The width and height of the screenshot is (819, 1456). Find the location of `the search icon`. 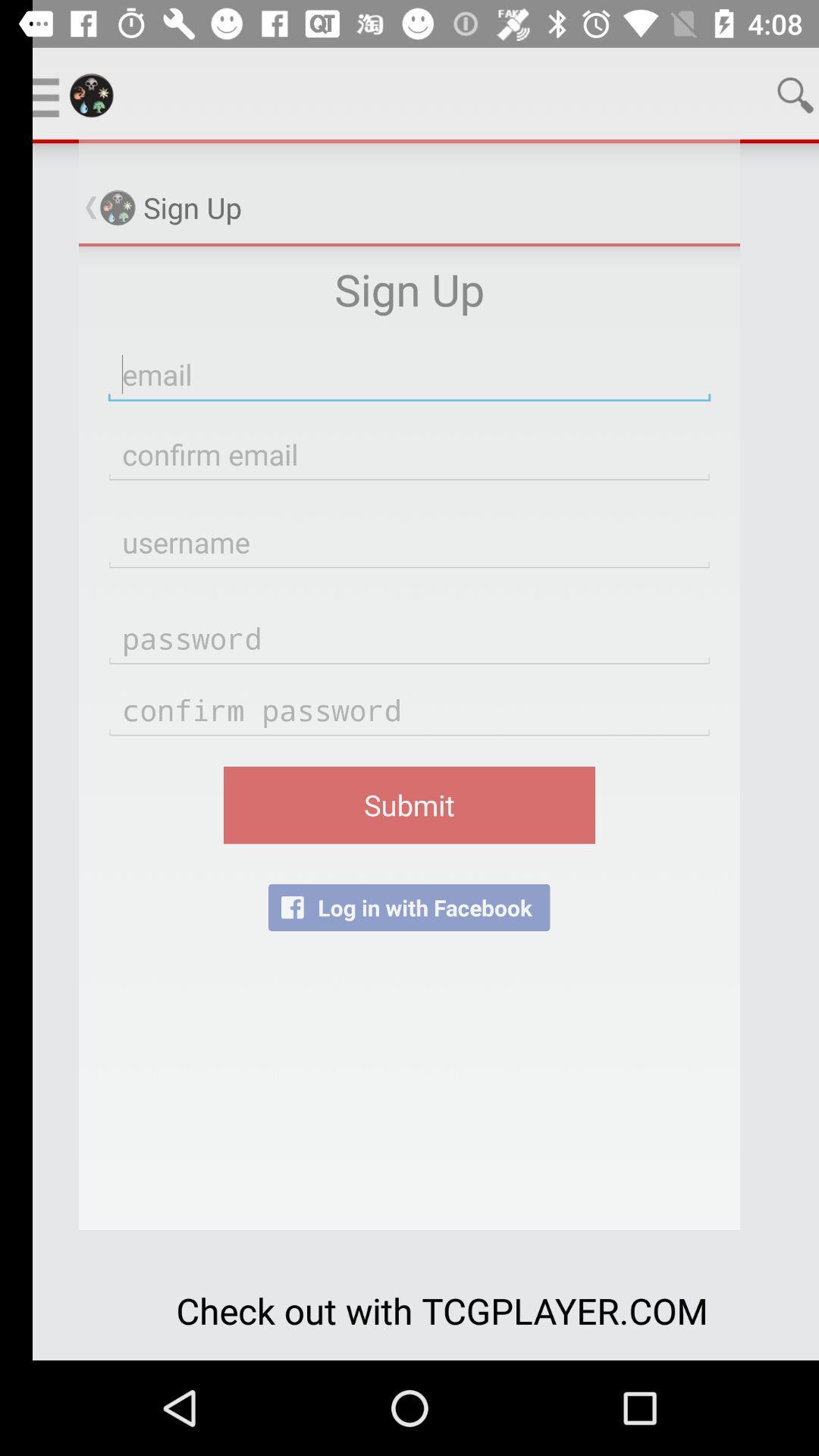

the search icon is located at coordinates (763, 94).